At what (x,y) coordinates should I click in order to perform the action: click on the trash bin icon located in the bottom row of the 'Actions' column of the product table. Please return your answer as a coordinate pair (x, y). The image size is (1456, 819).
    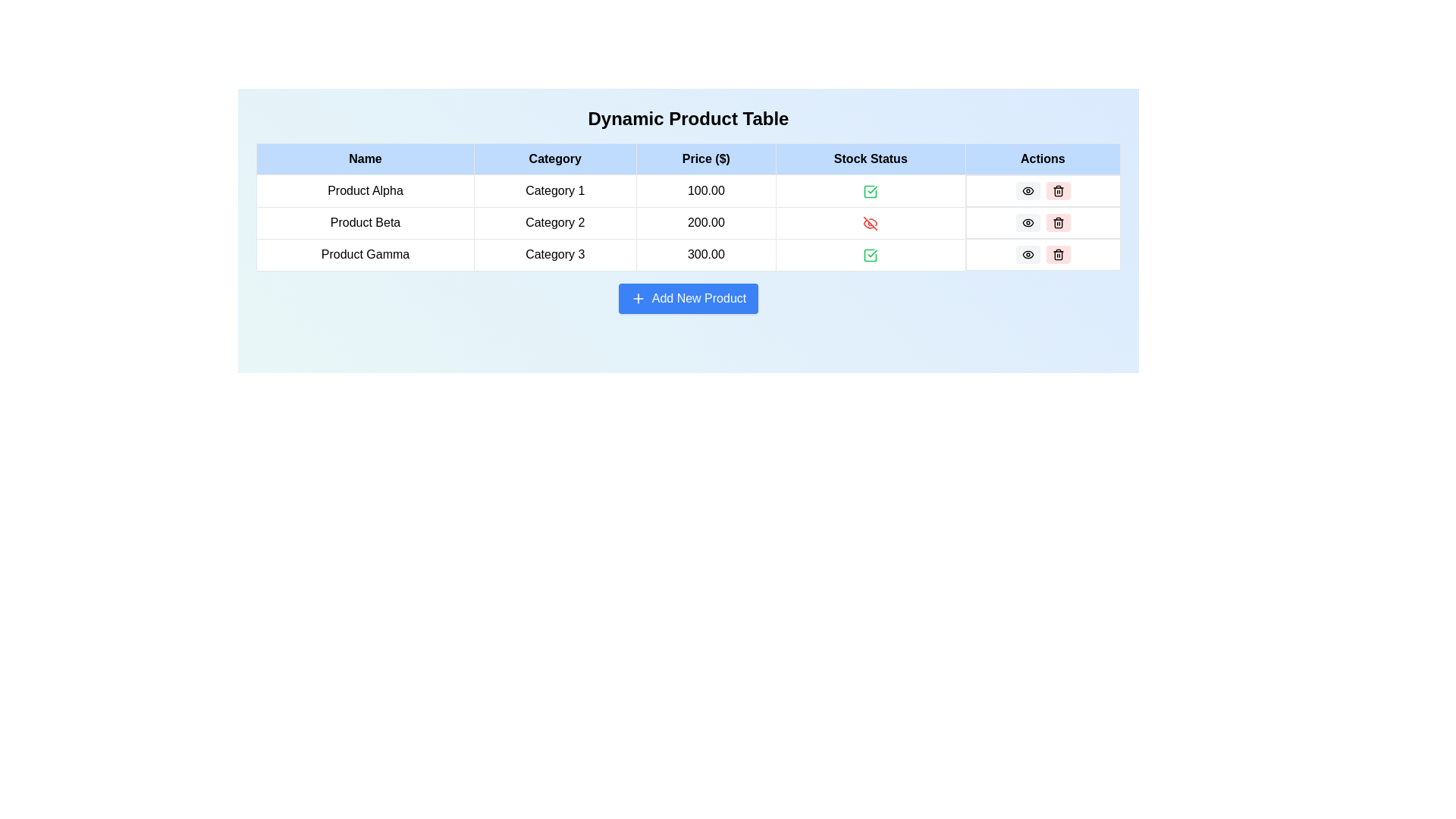
    Looking at the image, I should click on (1057, 253).